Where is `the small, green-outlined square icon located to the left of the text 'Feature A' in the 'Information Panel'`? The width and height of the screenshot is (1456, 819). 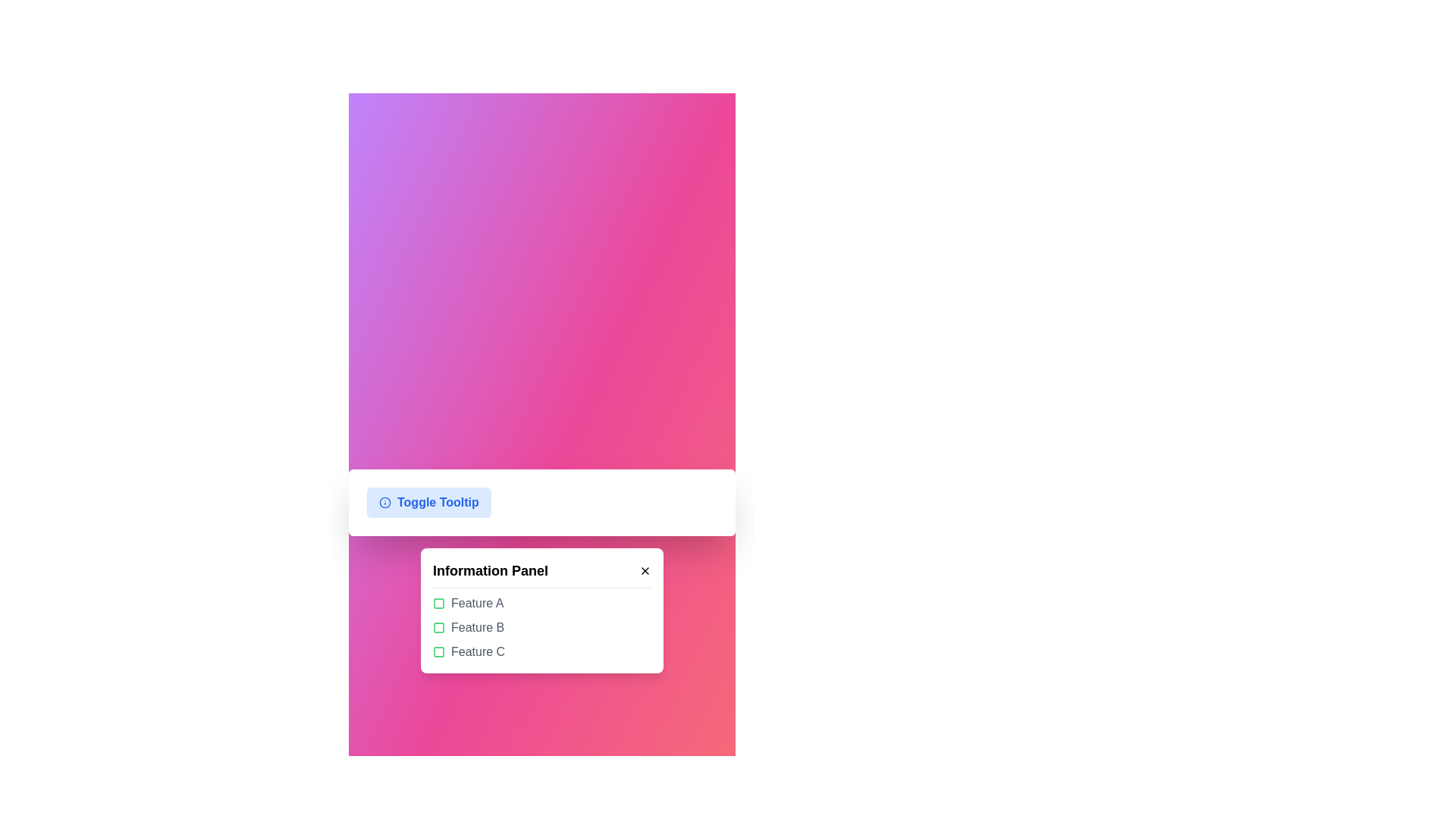
the small, green-outlined square icon located to the left of the text 'Feature A' in the 'Information Panel' is located at coordinates (438, 602).